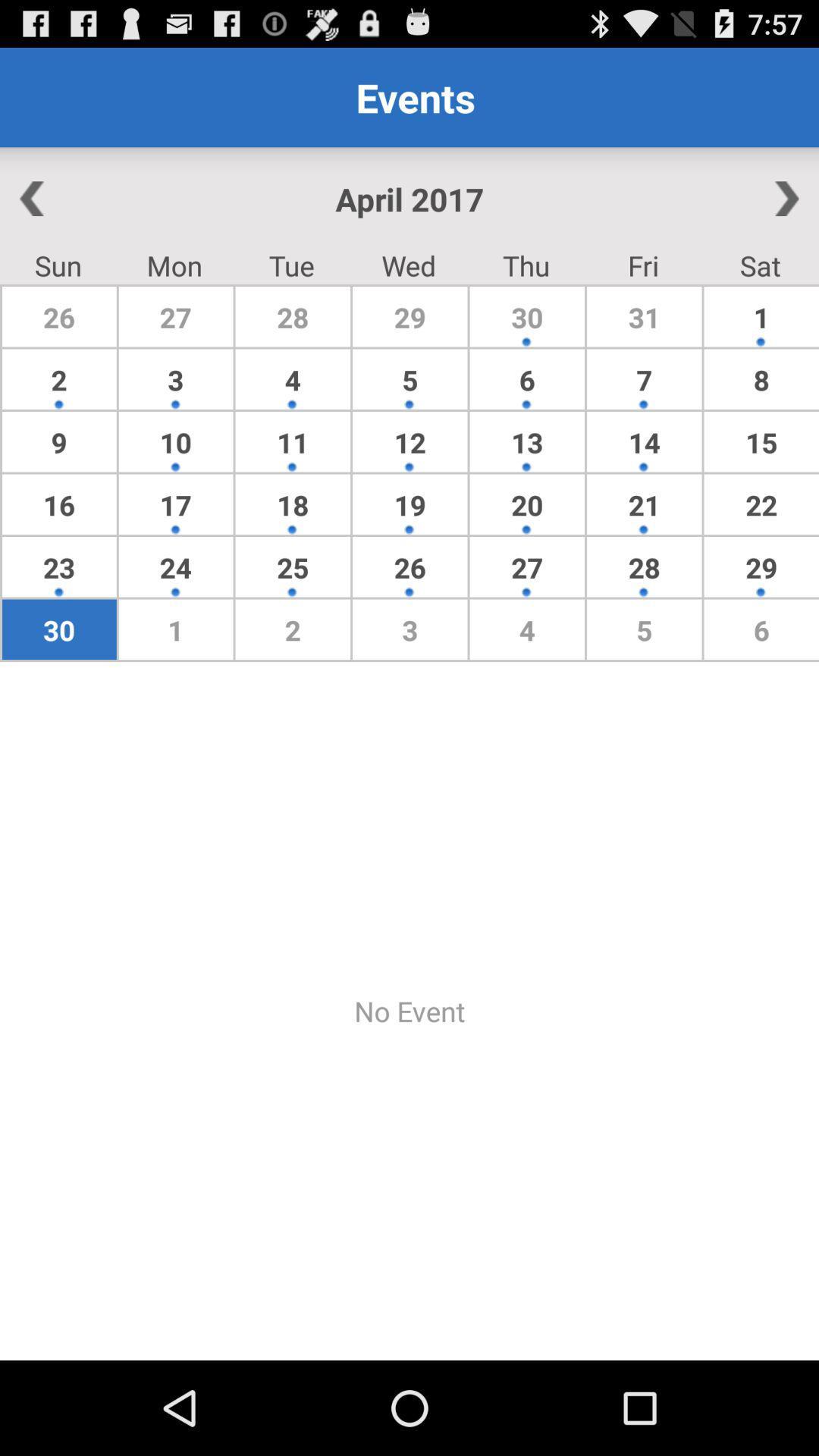  Describe the element at coordinates (293, 441) in the screenshot. I see `the 11 icon` at that location.